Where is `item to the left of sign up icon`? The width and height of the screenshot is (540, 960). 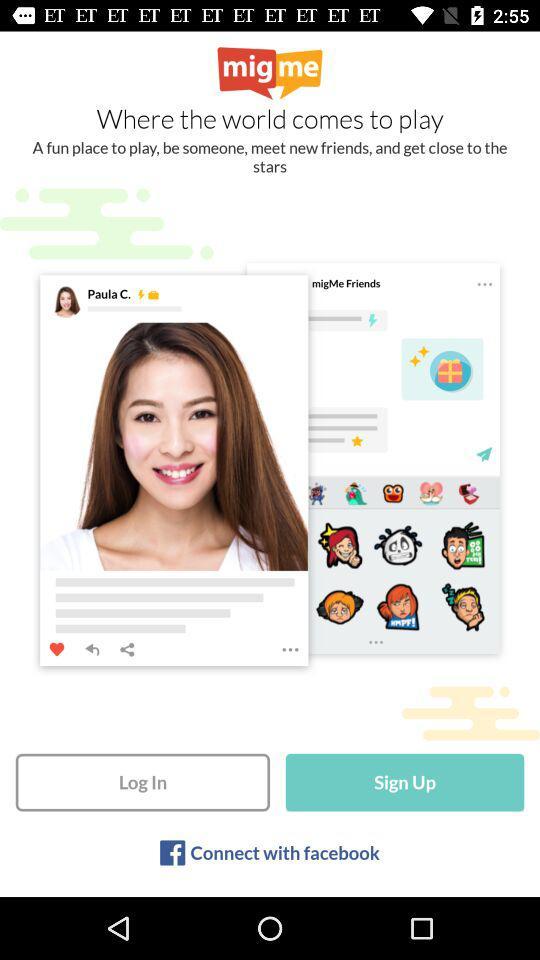 item to the left of sign up icon is located at coordinates (141, 782).